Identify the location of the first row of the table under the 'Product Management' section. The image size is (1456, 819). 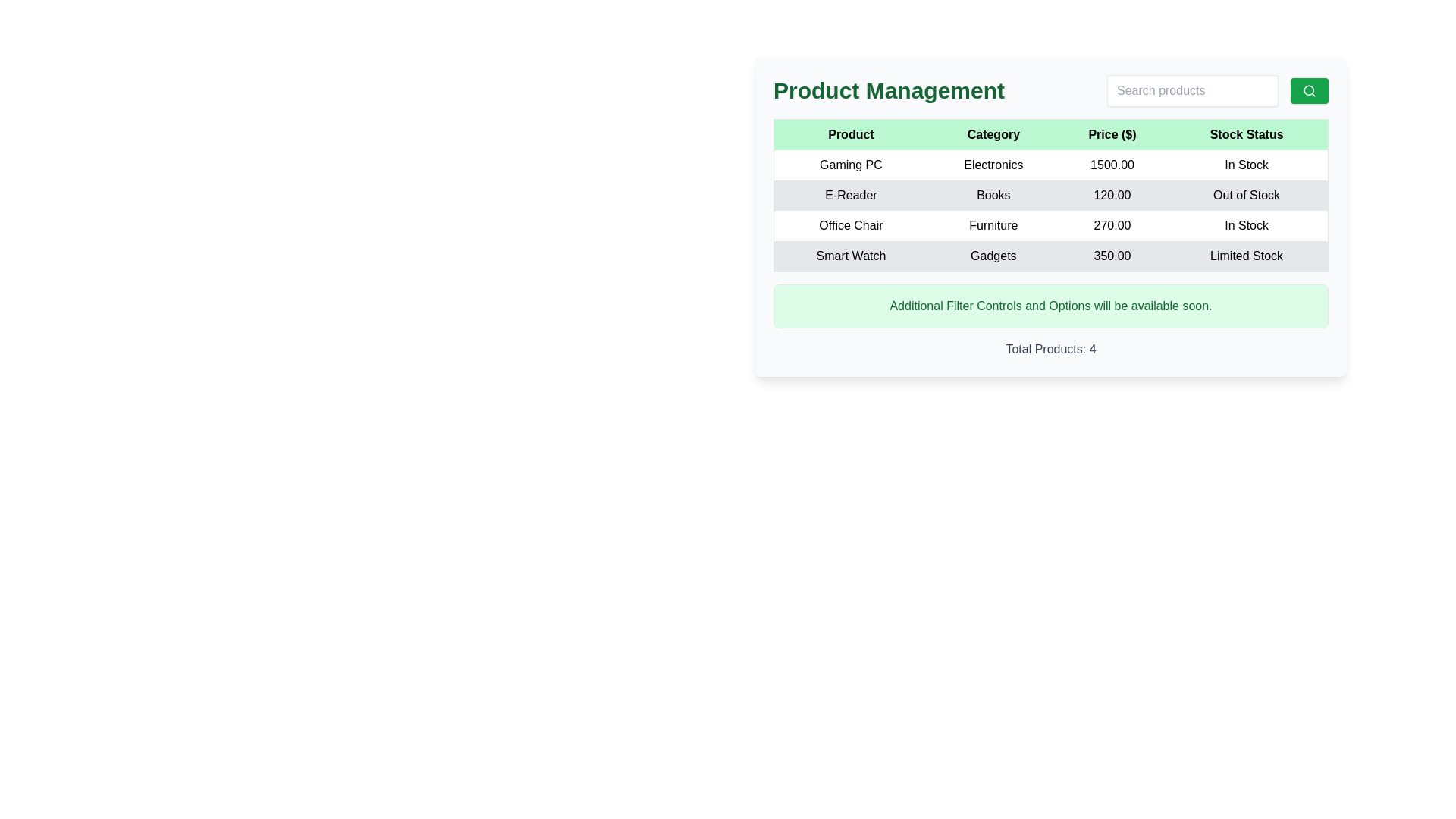
(1050, 165).